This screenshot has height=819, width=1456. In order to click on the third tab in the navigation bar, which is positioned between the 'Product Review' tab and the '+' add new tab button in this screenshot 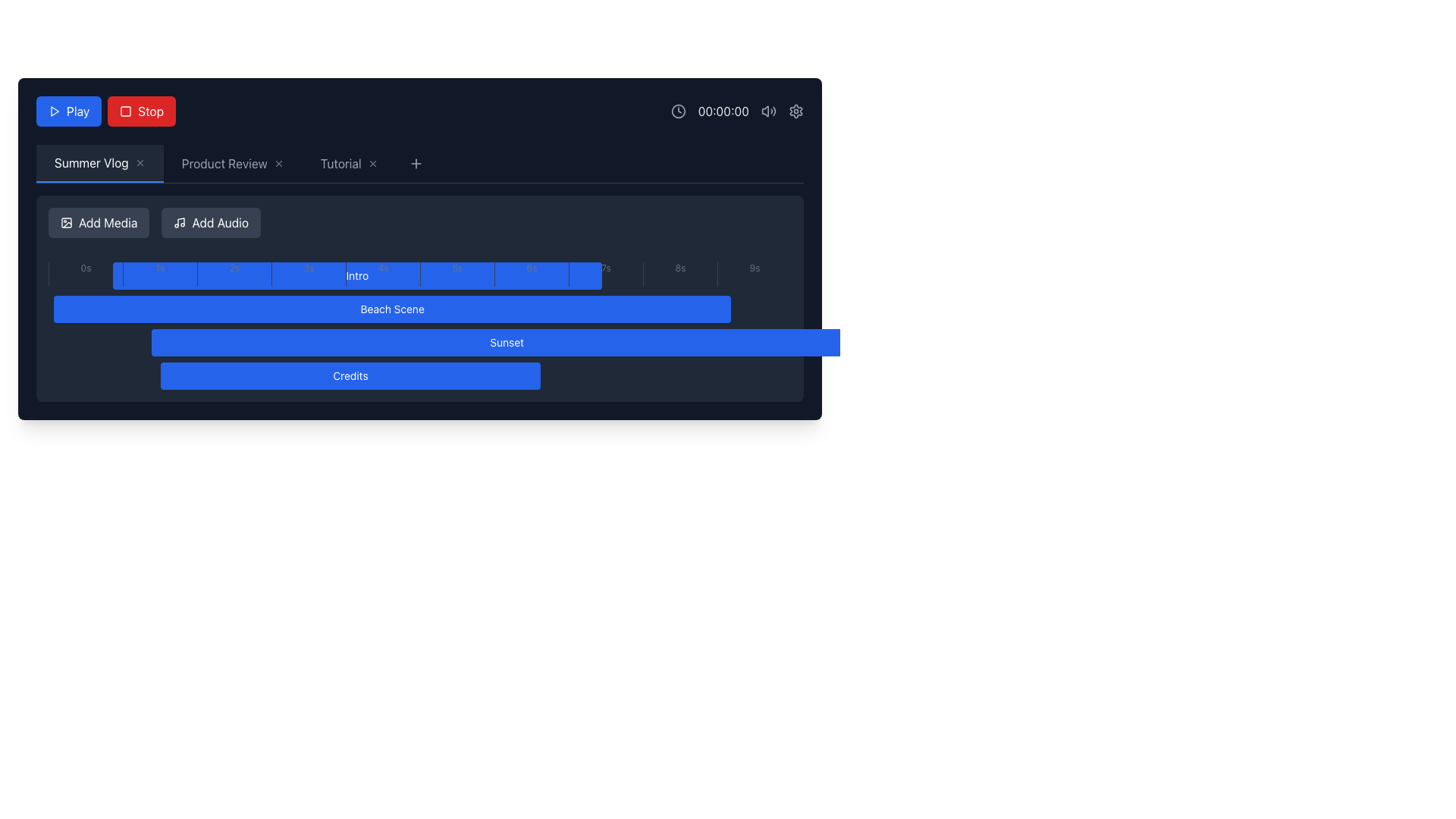, I will do `click(348, 164)`.